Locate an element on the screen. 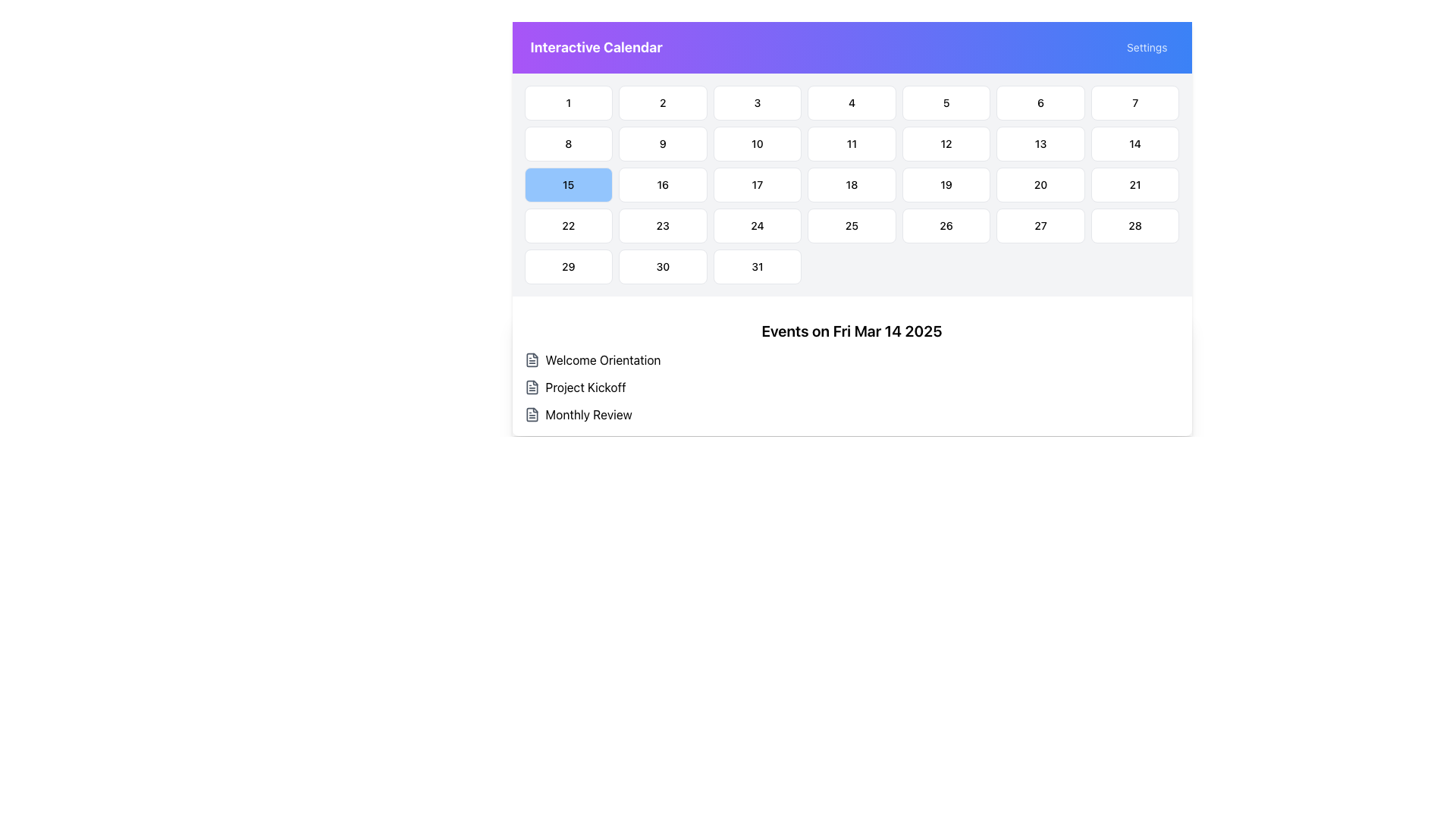  the calendar date cell representing the 21st day is located at coordinates (1135, 184).